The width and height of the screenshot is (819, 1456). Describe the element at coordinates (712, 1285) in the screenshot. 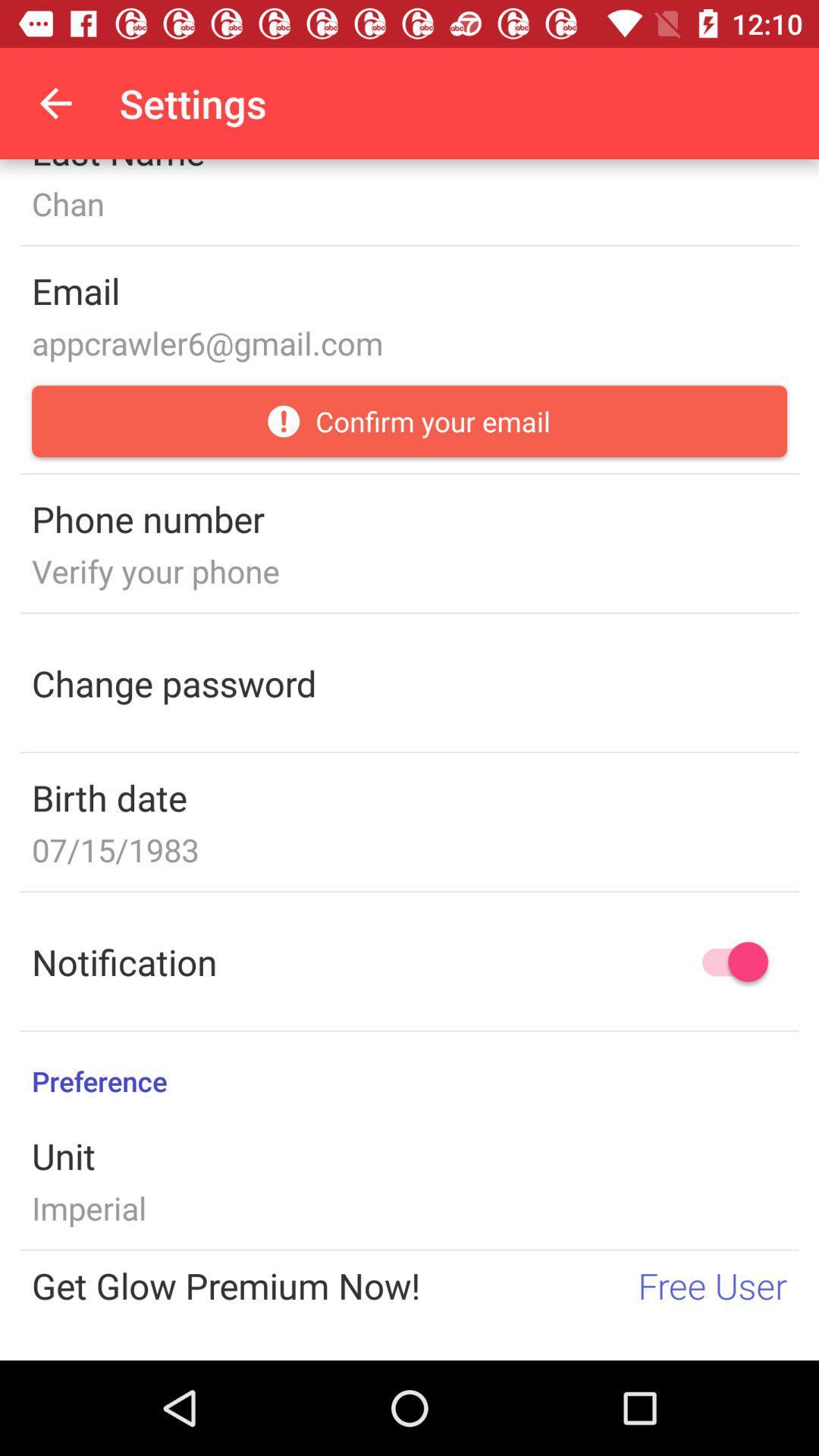

I see `the free user at the bottom right corner` at that location.